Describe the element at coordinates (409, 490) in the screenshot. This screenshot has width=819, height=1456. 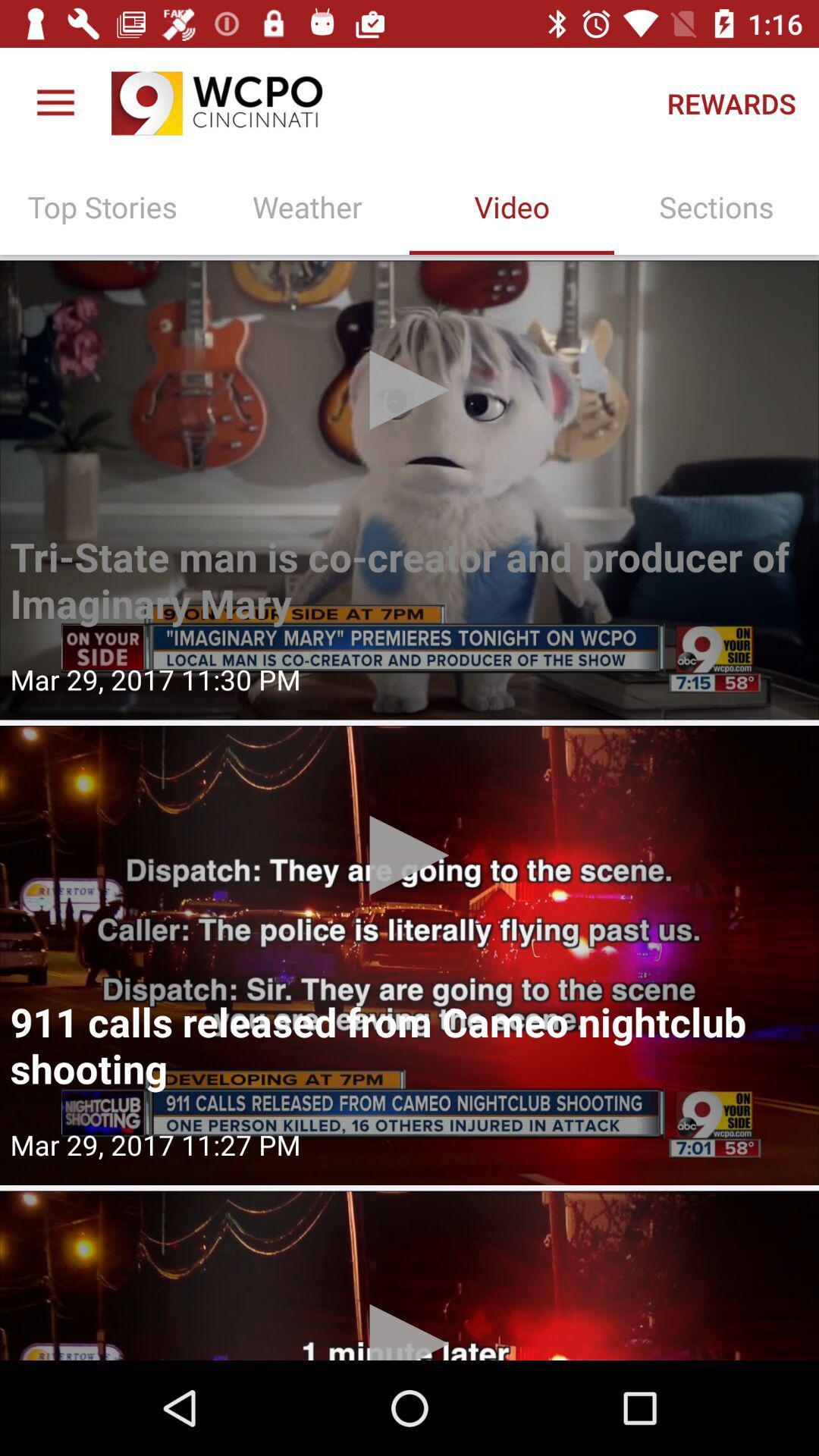
I see `watch a video` at that location.